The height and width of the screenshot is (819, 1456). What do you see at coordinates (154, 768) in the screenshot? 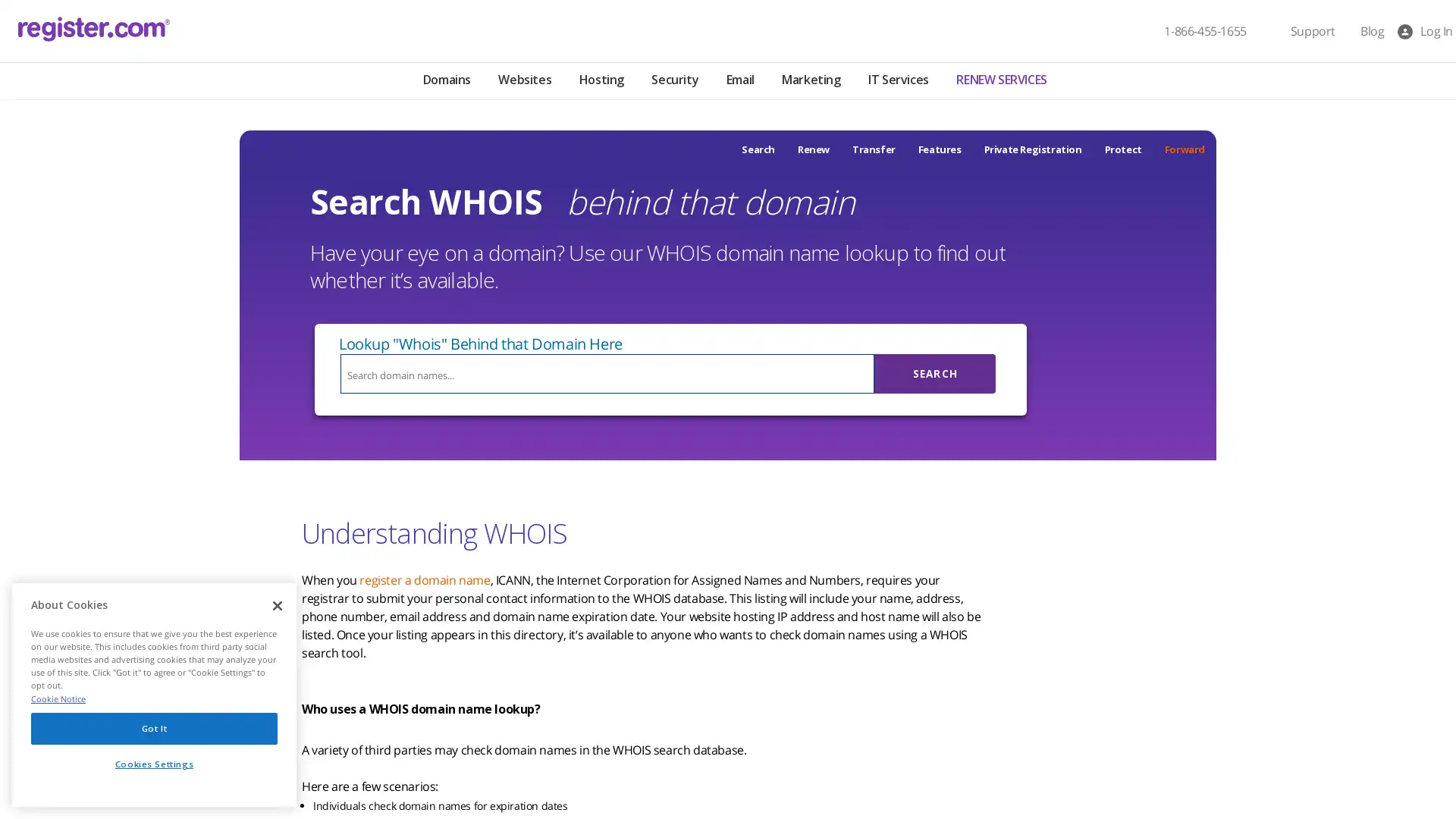
I see `Cookies Settings` at bounding box center [154, 768].